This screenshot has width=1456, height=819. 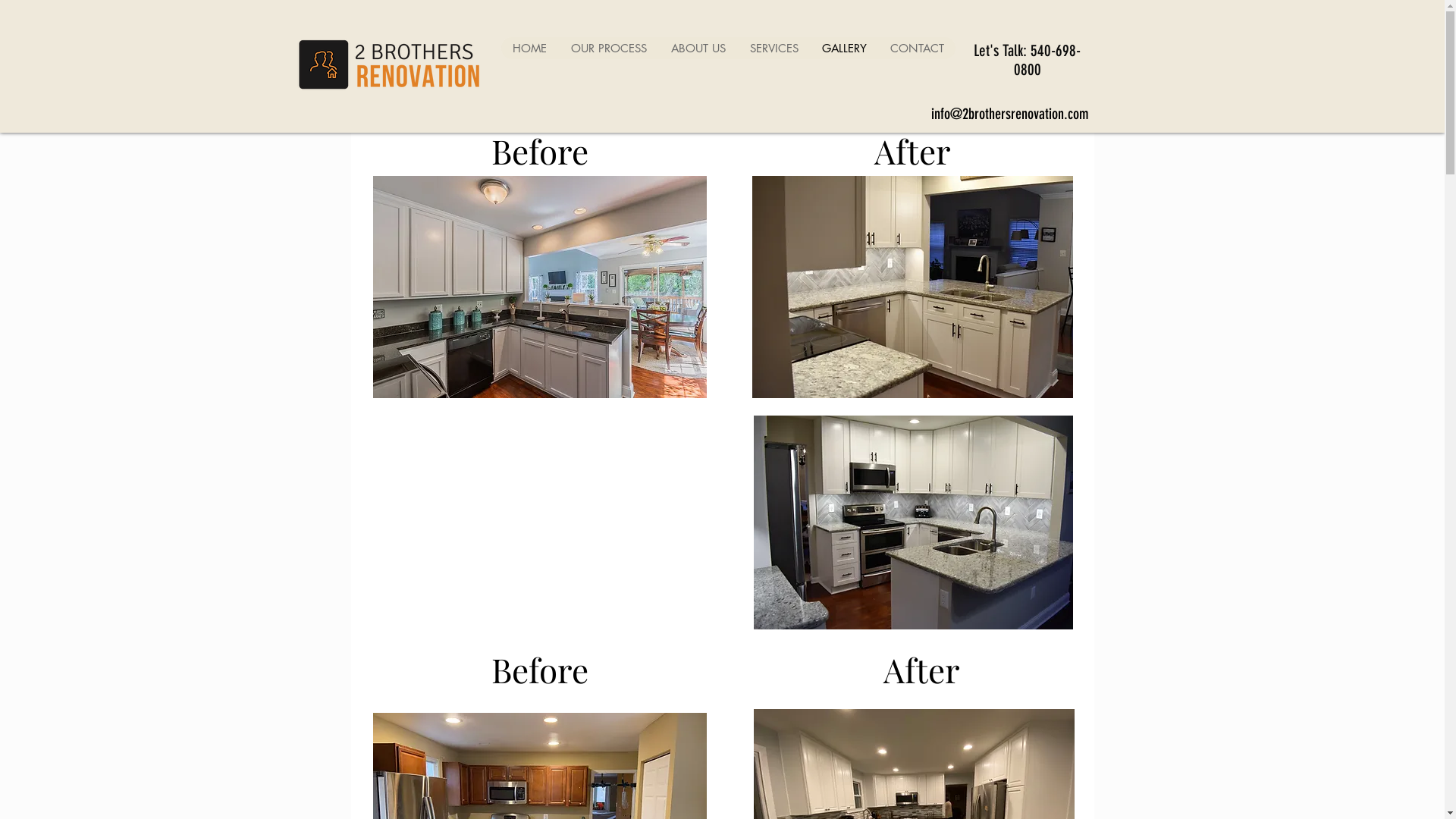 What do you see at coordinates (877, 47) in the screenshot?
I see `'CONTACT'` at bounding box center [877, 47].